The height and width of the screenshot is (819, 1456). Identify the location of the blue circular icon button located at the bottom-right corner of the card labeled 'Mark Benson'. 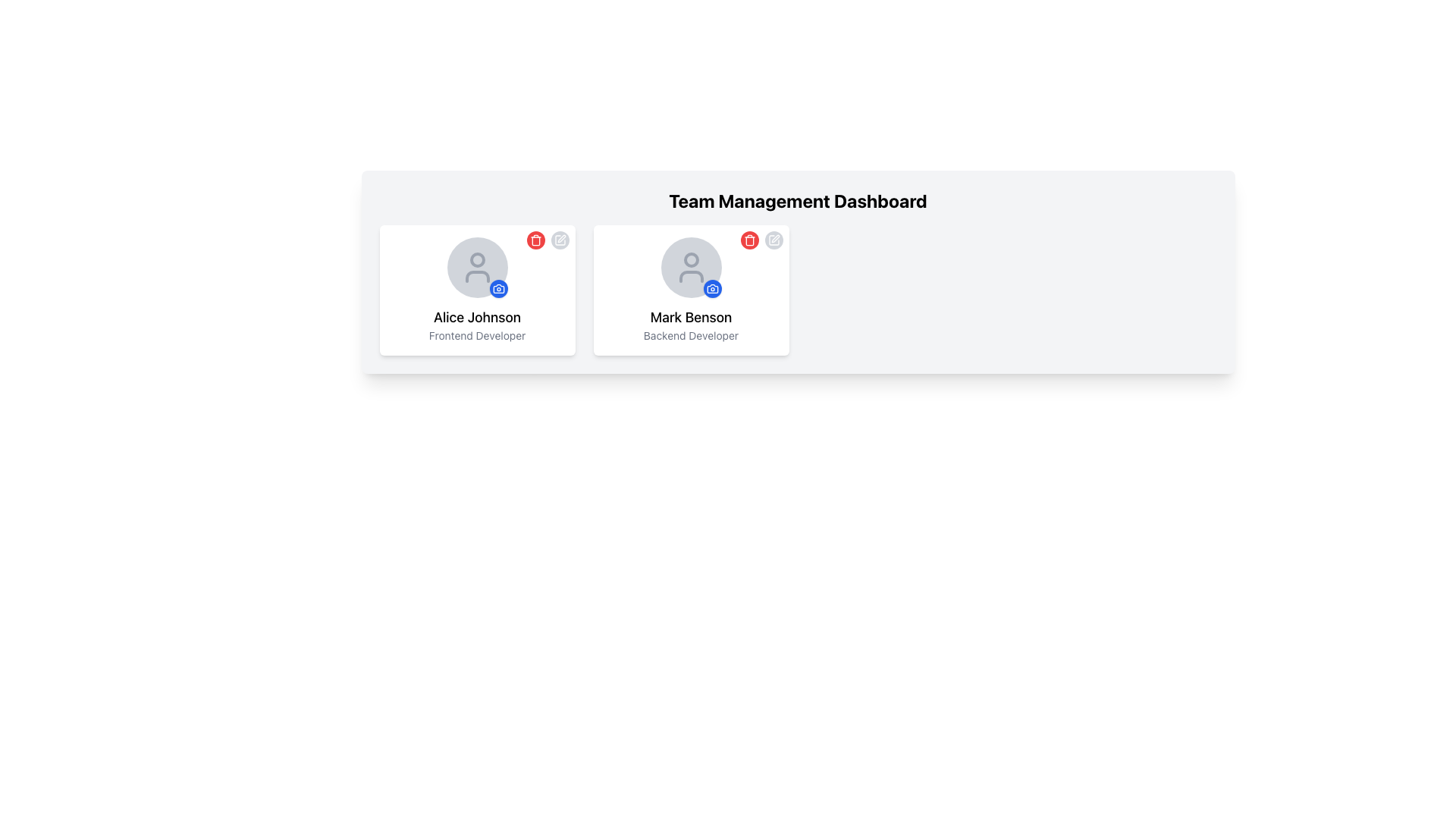
(711, 289).